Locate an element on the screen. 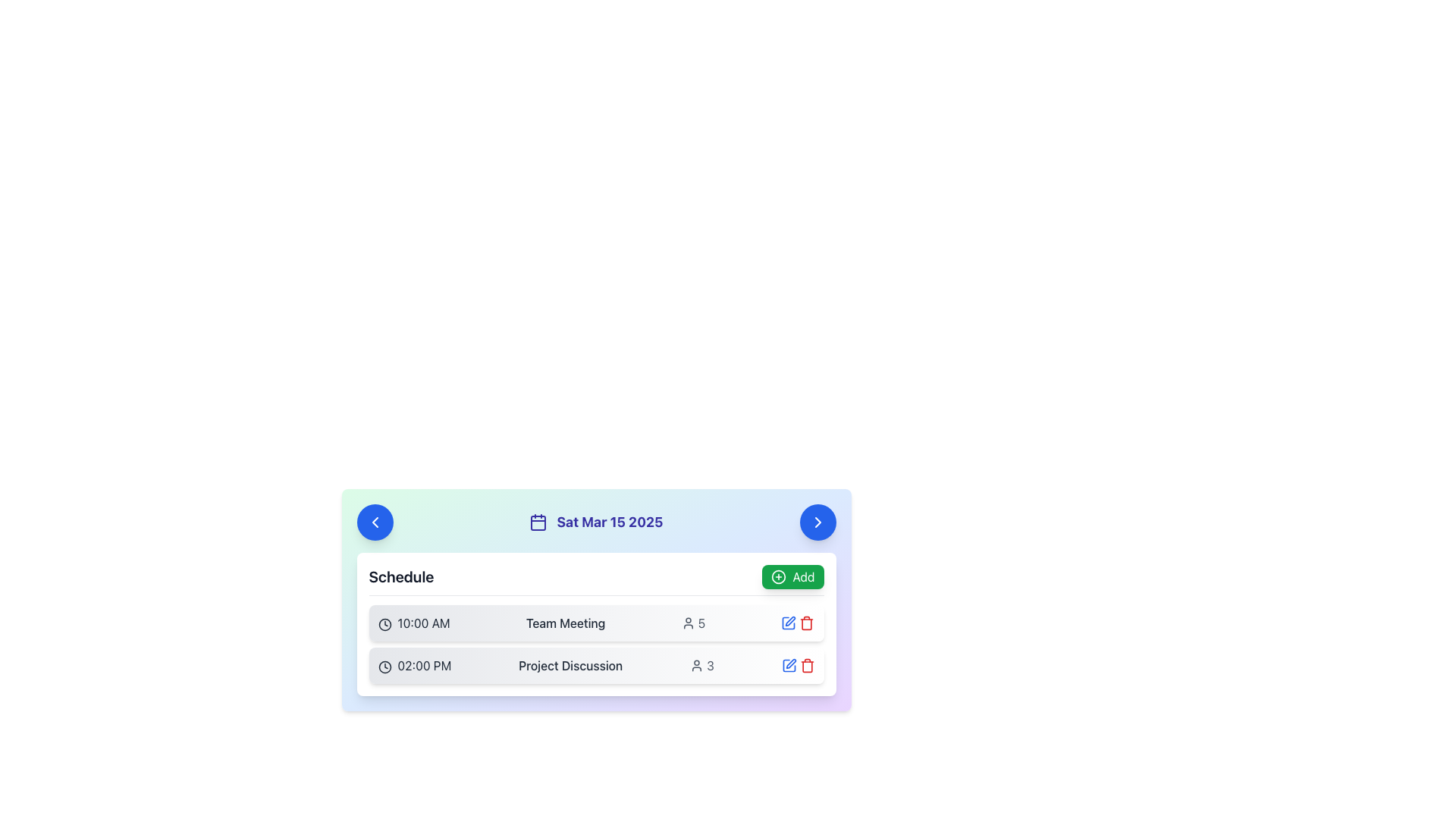  the Edit icon located to the right of the task description and participant count in the second row of the task scheduling interface is located at coordinates (789, 665).